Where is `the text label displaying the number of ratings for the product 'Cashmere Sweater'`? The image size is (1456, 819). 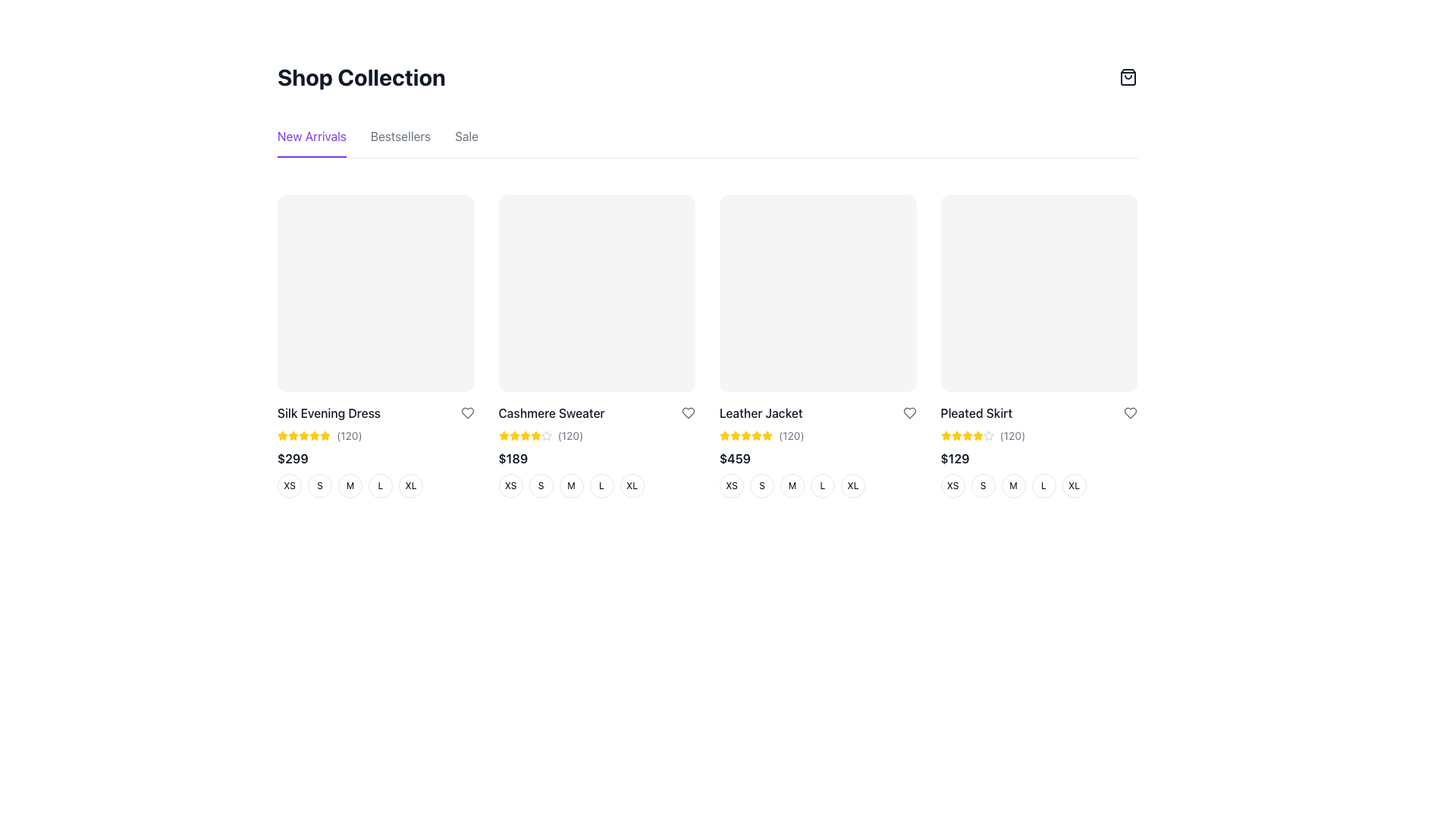 the text label displaying the number of ratings for the product 'Cashmere Sweater' is located at coordinates (570, 435).